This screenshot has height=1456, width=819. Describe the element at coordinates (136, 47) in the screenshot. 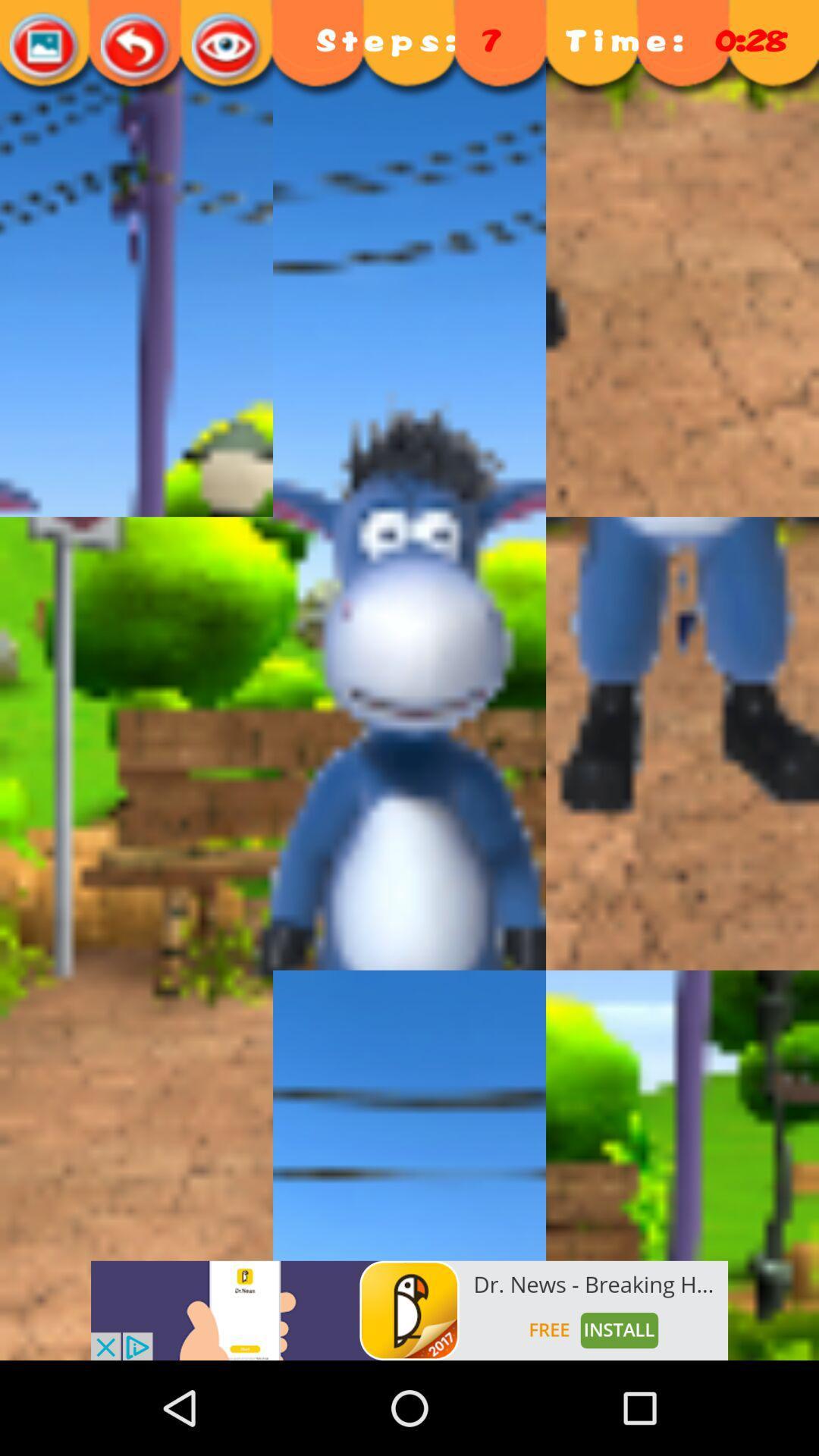

I see `the undo icon` at that location.